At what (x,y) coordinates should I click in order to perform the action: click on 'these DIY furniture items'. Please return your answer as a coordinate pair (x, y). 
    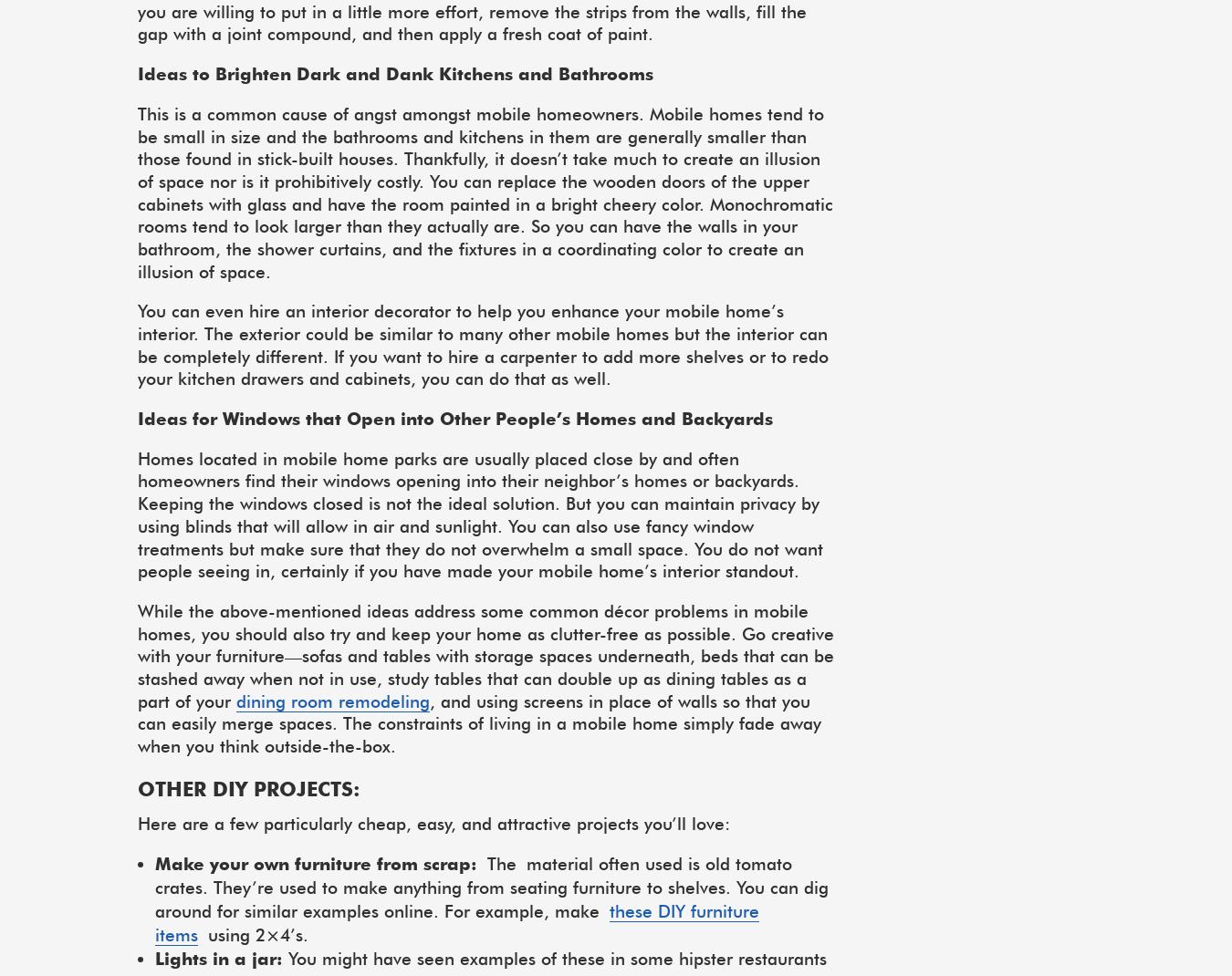
    Looking at the image, I should click on (154, 923).